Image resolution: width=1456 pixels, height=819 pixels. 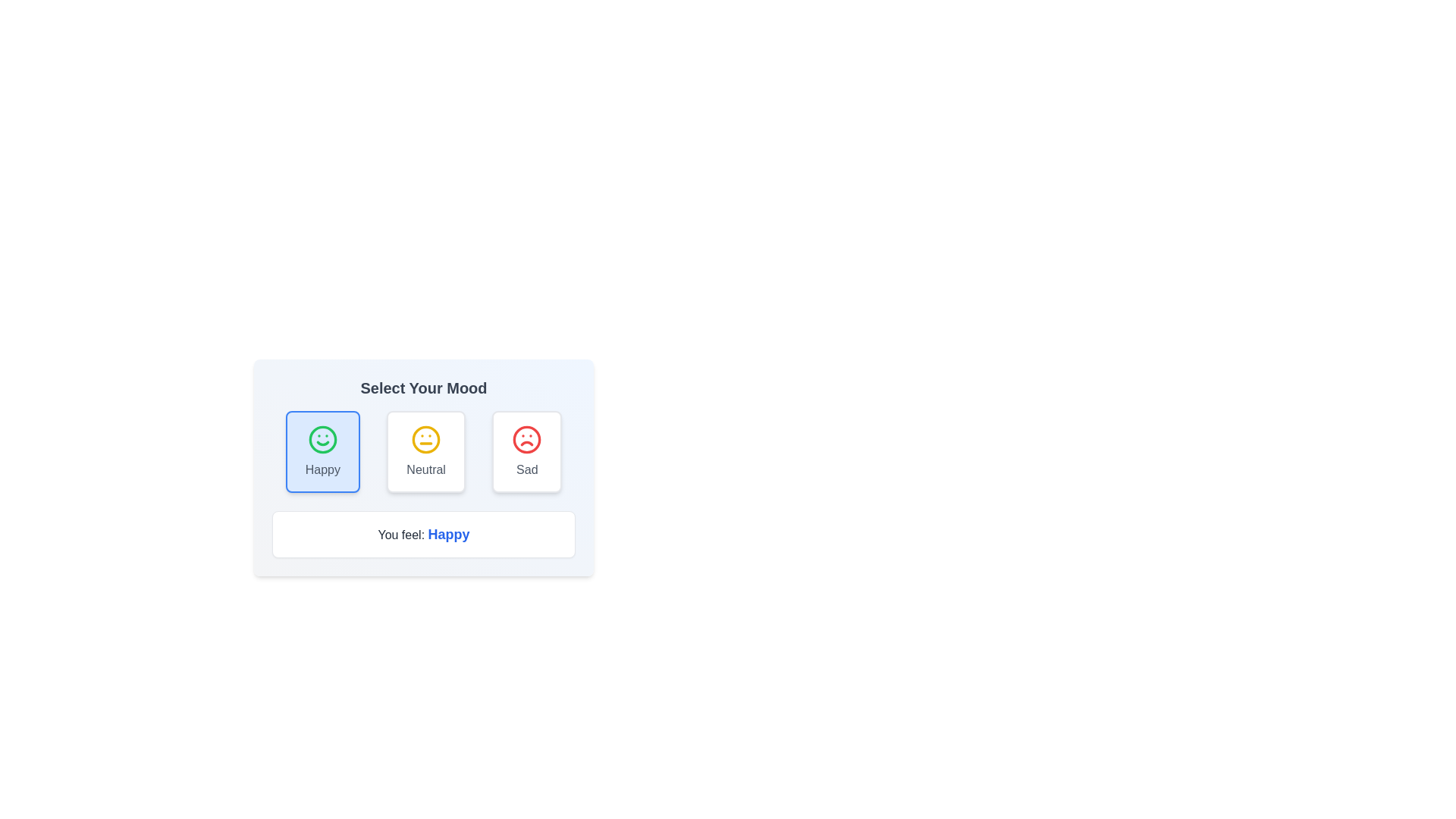 I want to click on the main icon representing the 'Neutral' mood option, which is centrally positioned above the word 'Neutral' within its bordered card layout, so click(x=425, y=439).